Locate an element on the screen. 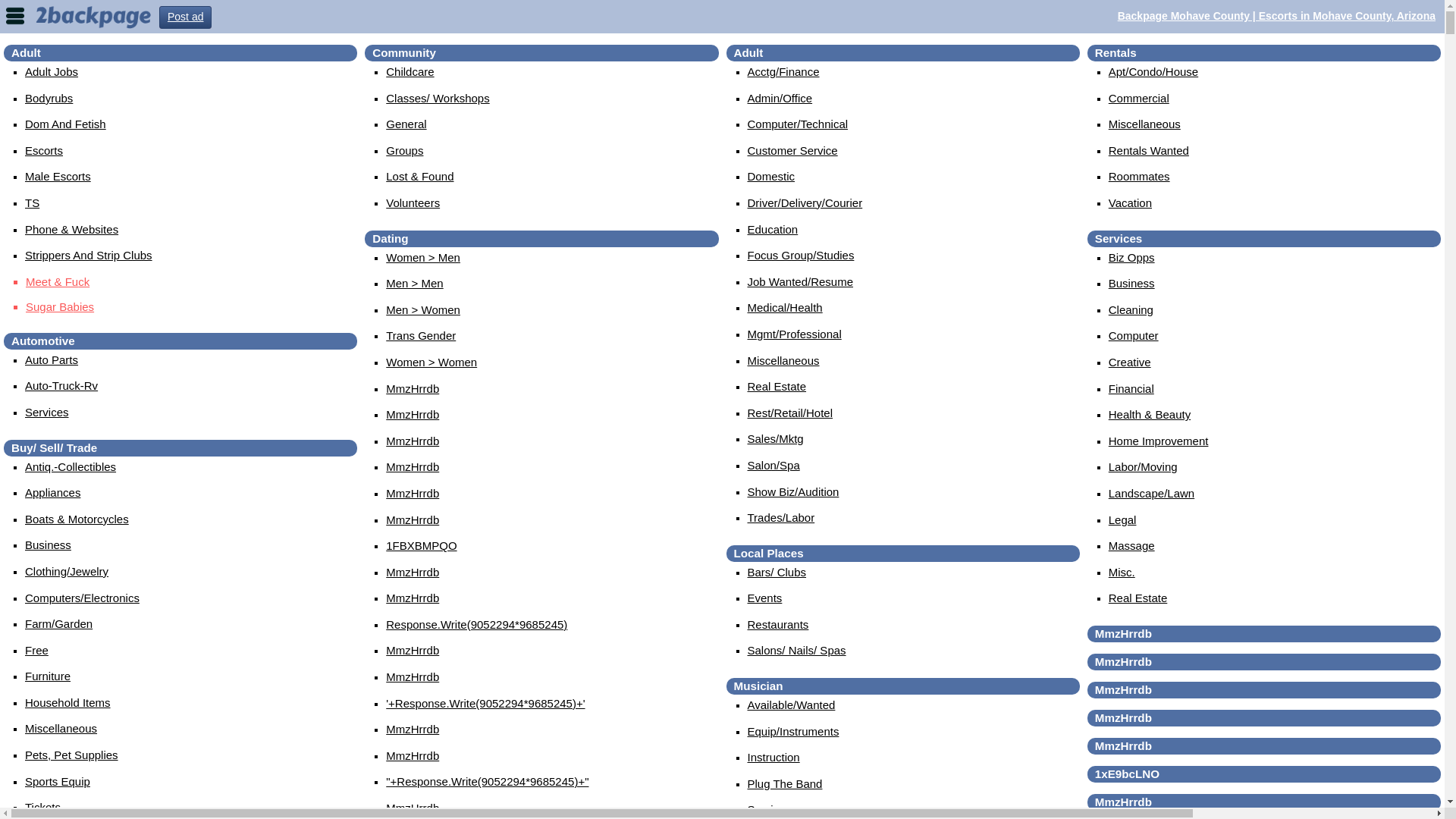 The width and height of the screenshot is (1456, 819). 'Labor/Moving' is located at coordinates (1143, 466).